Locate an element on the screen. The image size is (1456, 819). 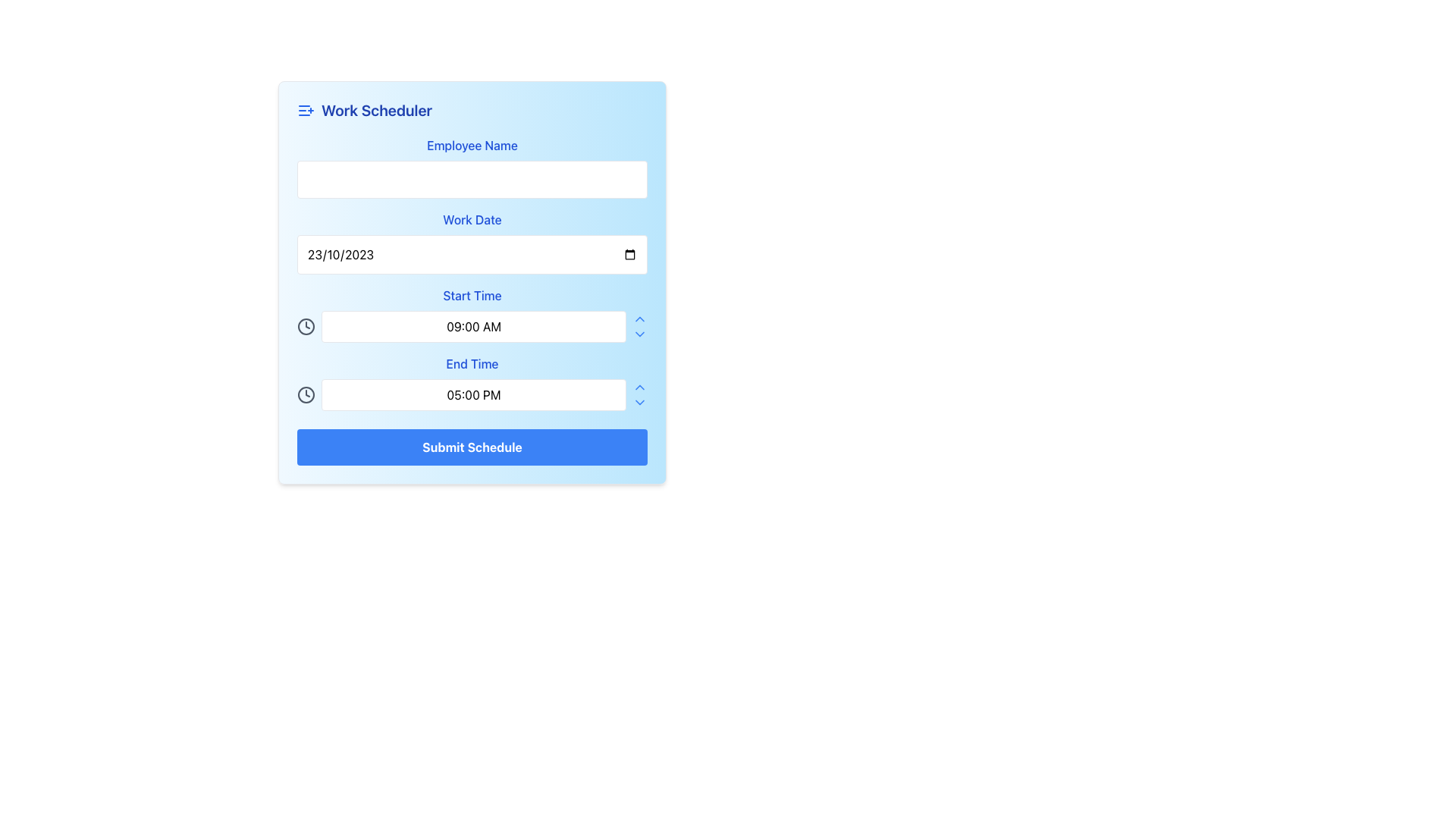
the submit button located at the bottom of the 'Work Scheduler' form, below the 'End Time' input field is located at coordinates (472, 447).